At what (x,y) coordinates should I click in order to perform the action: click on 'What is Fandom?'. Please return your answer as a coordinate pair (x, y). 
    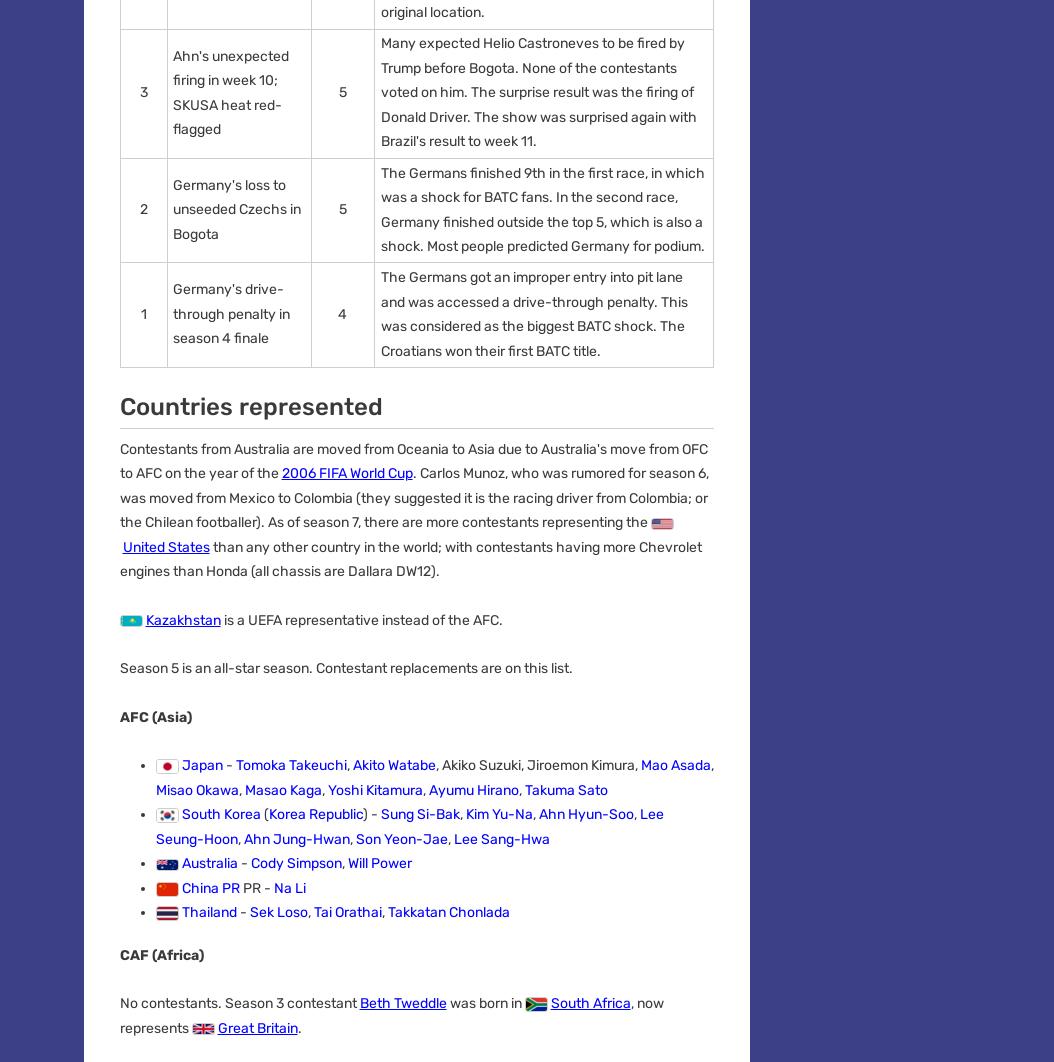
    Looking at the image, I should click on (137, 559).